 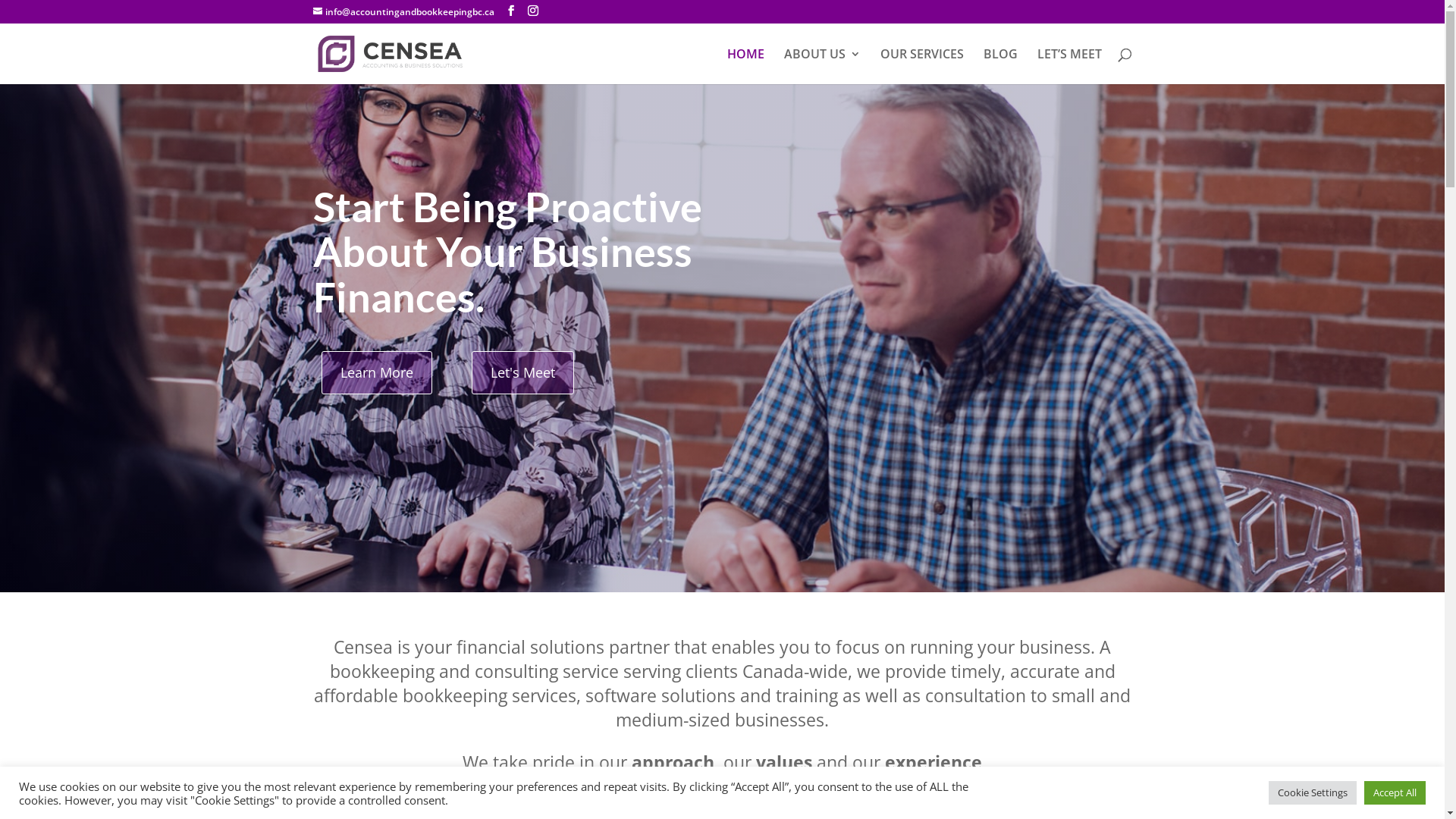 I want to click on 'BLOG', so click(x=999, y=65).